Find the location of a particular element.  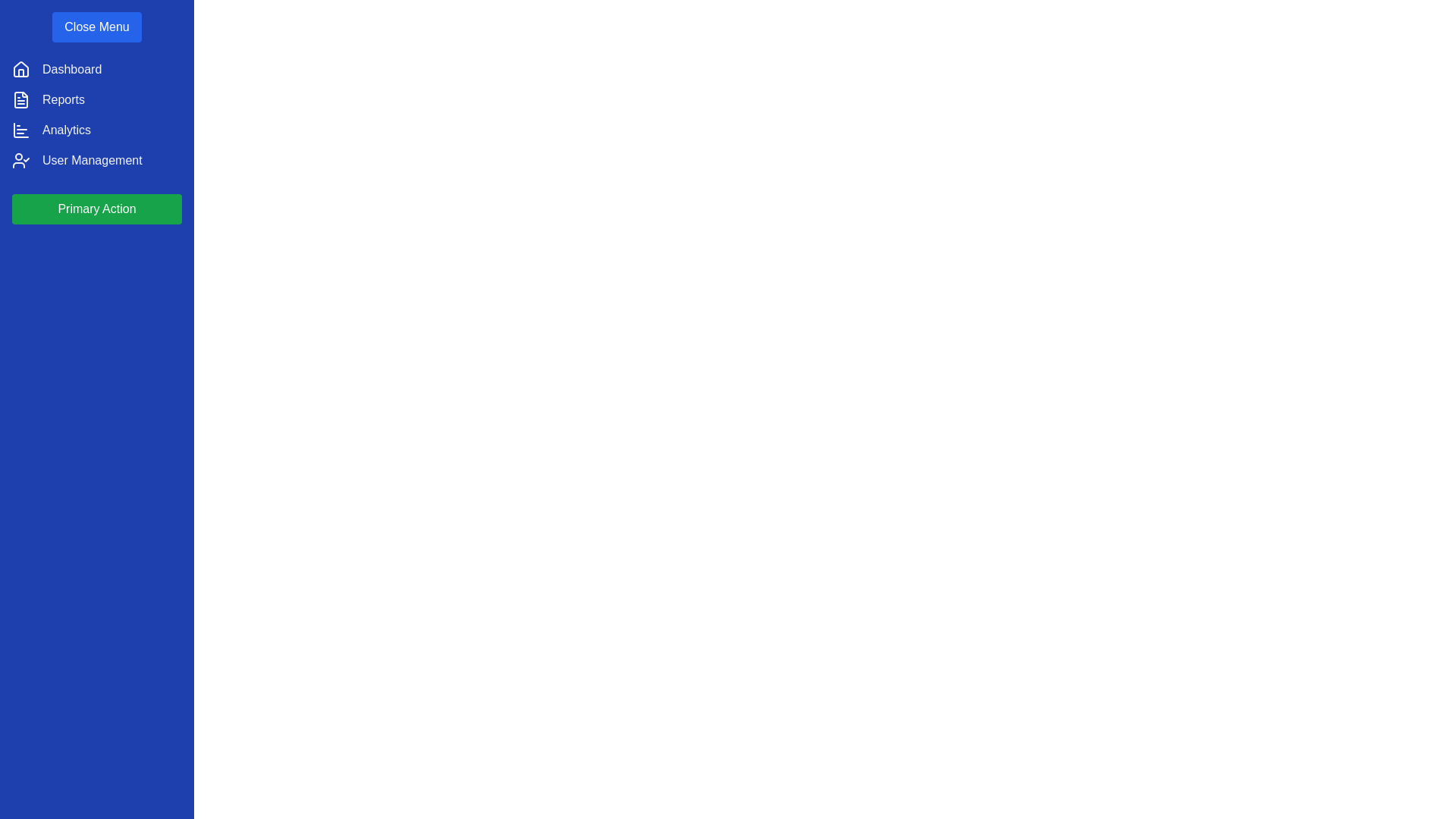

toggle button to toggle the drawer's state is located at coordinates (96, 27).